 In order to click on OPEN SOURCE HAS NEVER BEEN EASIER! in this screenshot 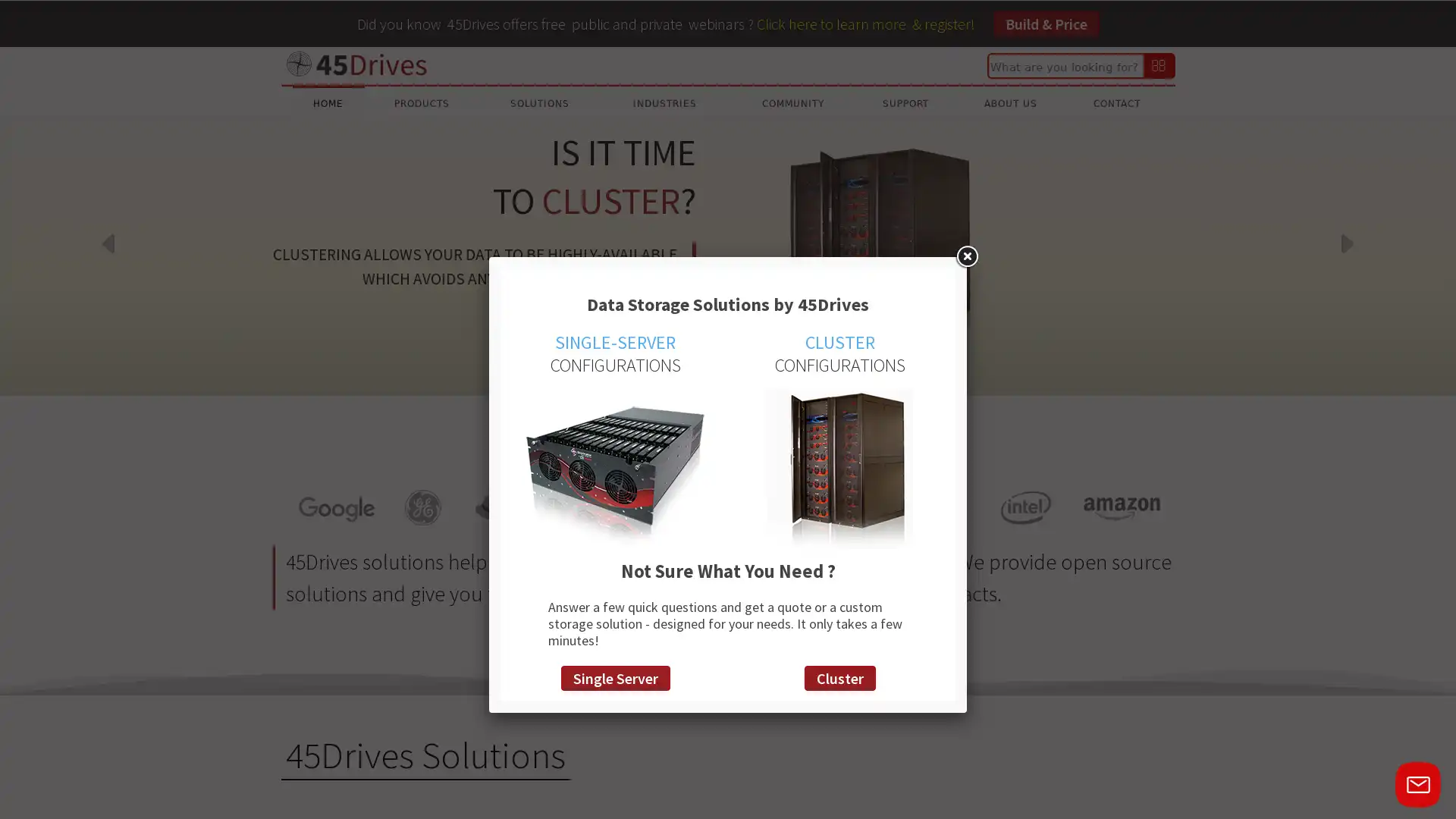, I will do `click(686, 375)`.